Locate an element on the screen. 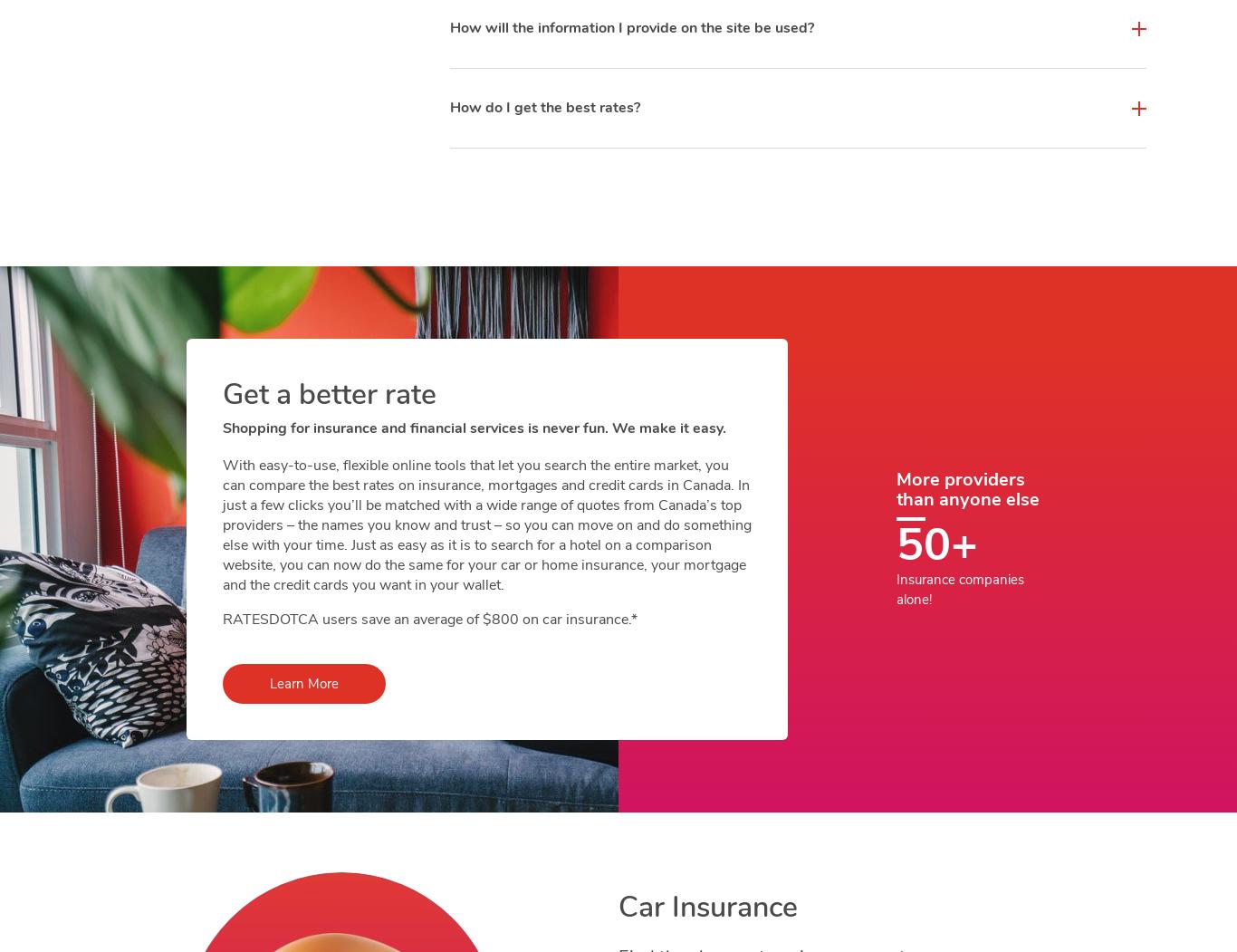 This screenshot has width=1237, height=952. 'RATESDOTCA users save an average of $800 on car insurance.*' is located at coordinates (223, 619).